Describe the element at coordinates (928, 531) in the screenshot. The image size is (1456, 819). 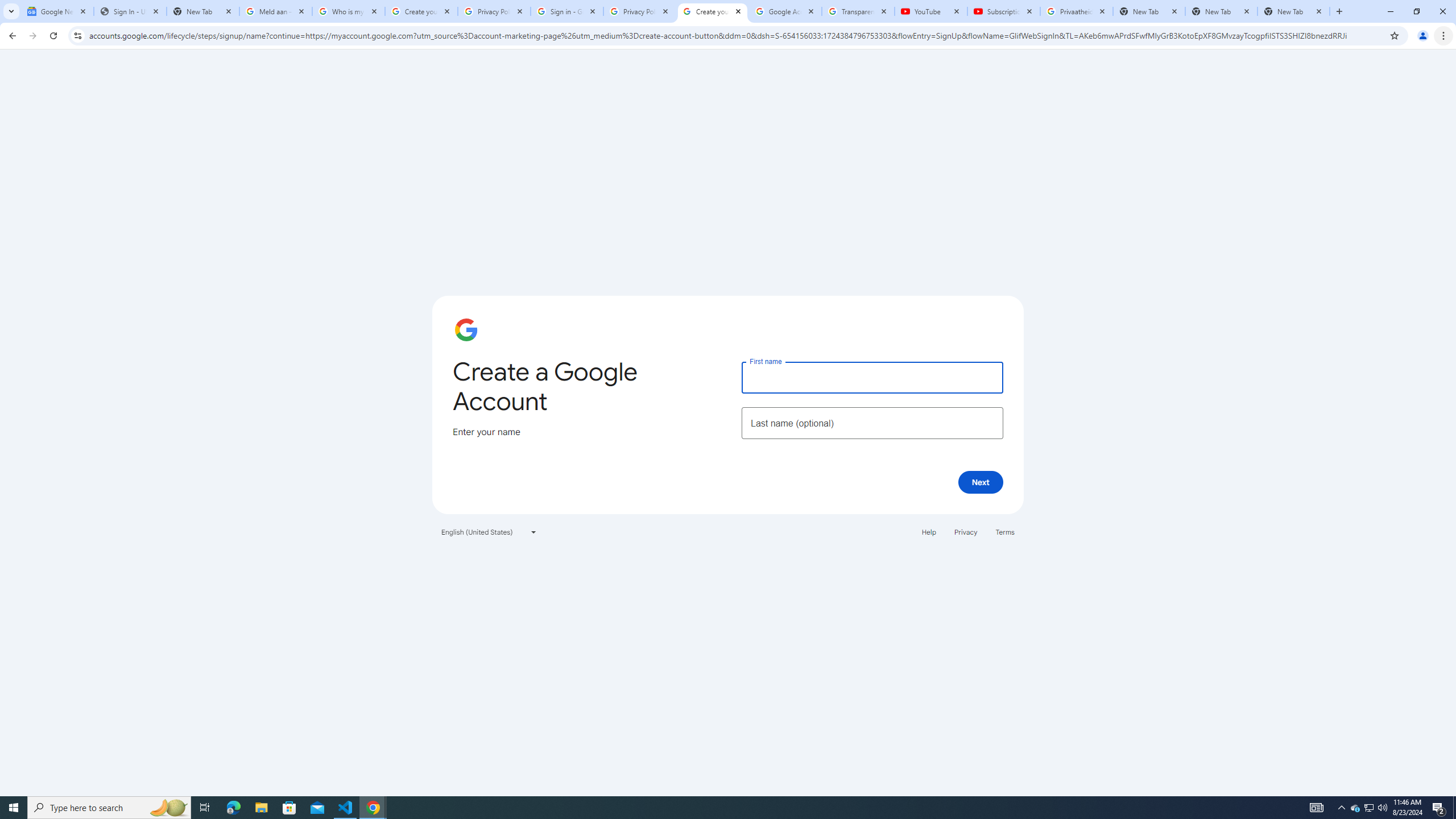
I see `'Help'` at that location.